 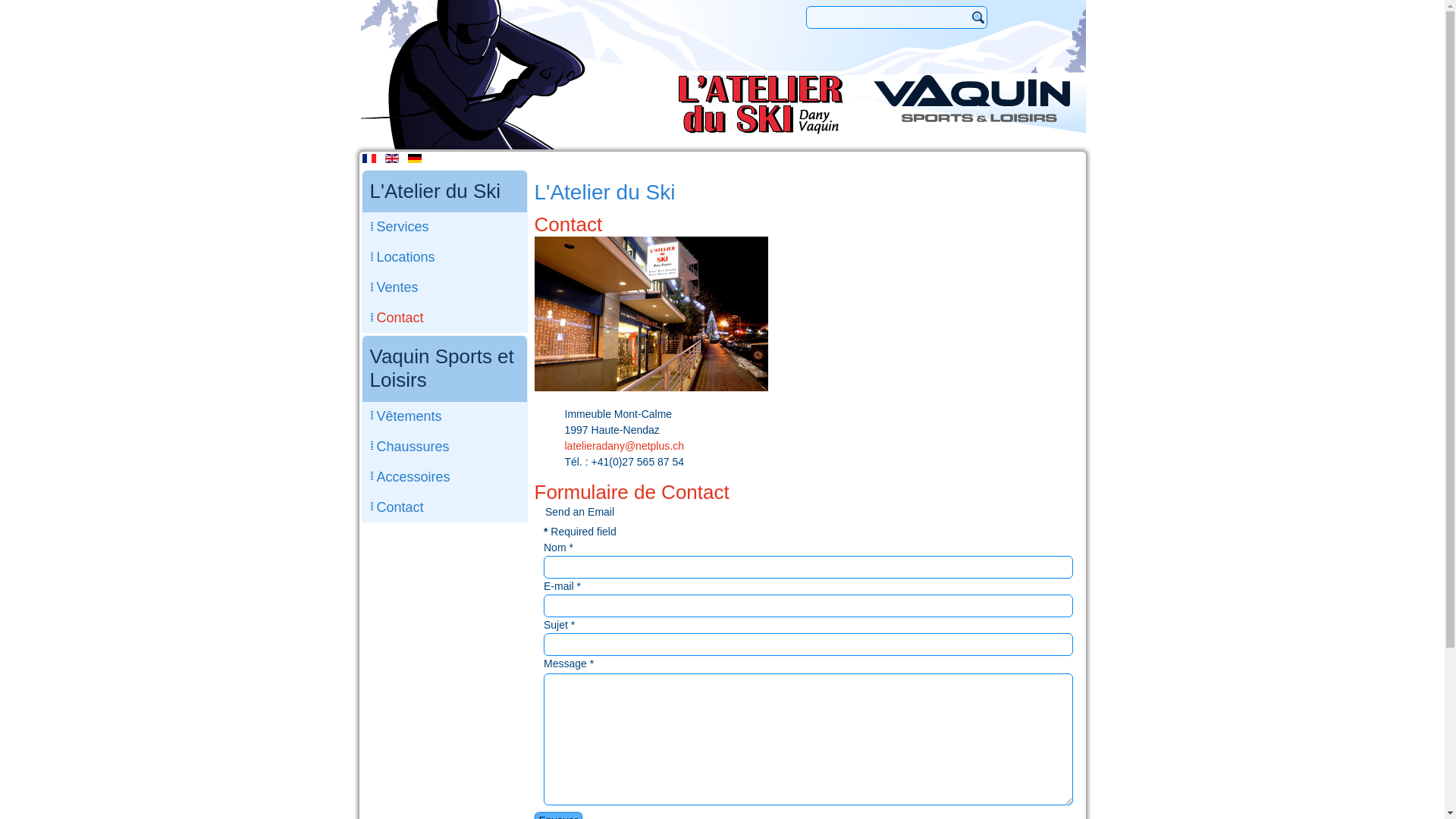 I want to click on 'Contact', so click(x=443, y=507).